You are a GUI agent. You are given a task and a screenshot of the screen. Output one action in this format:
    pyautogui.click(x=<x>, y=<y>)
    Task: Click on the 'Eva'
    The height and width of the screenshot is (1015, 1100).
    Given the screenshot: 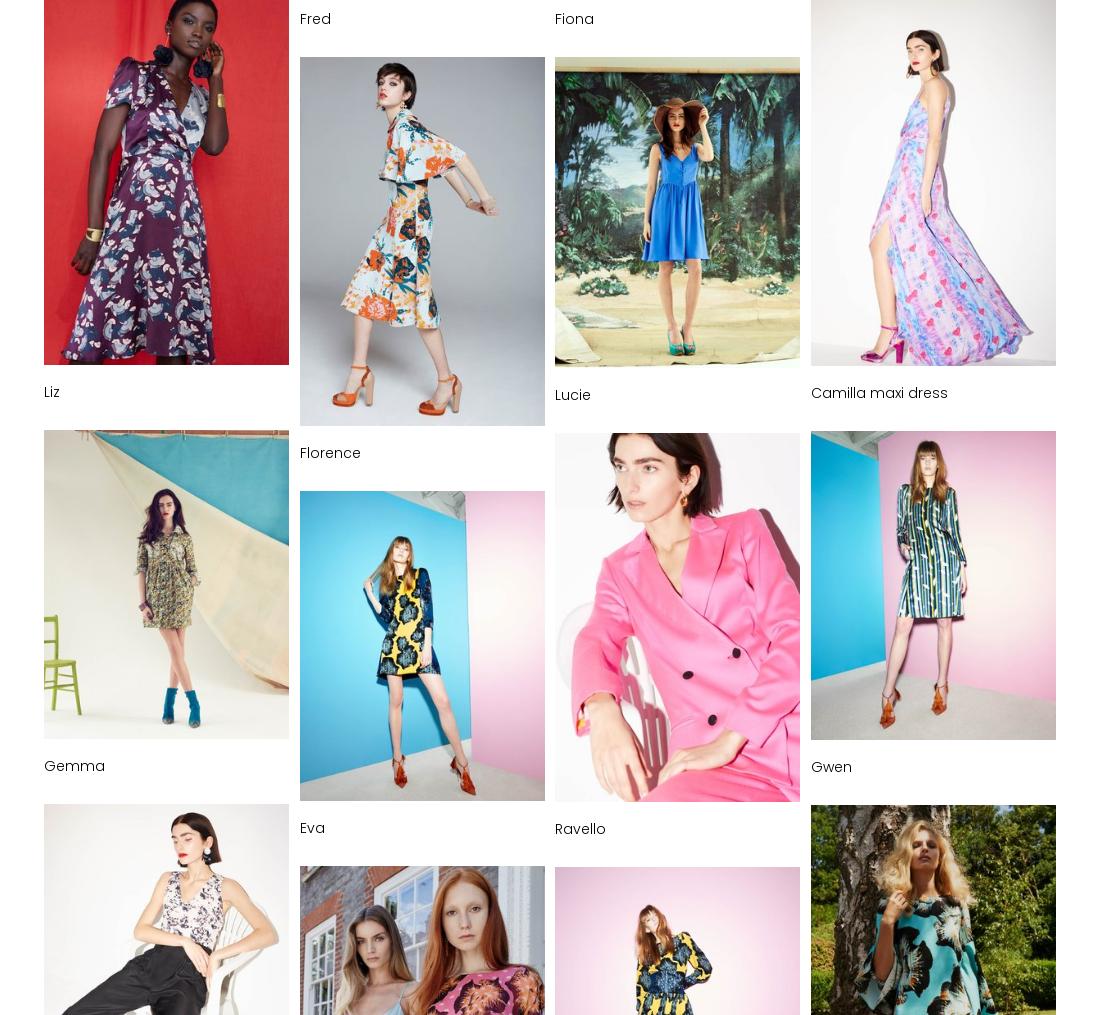 What is the action you would take?
    pyautogui.click(x=311, y=828)
    